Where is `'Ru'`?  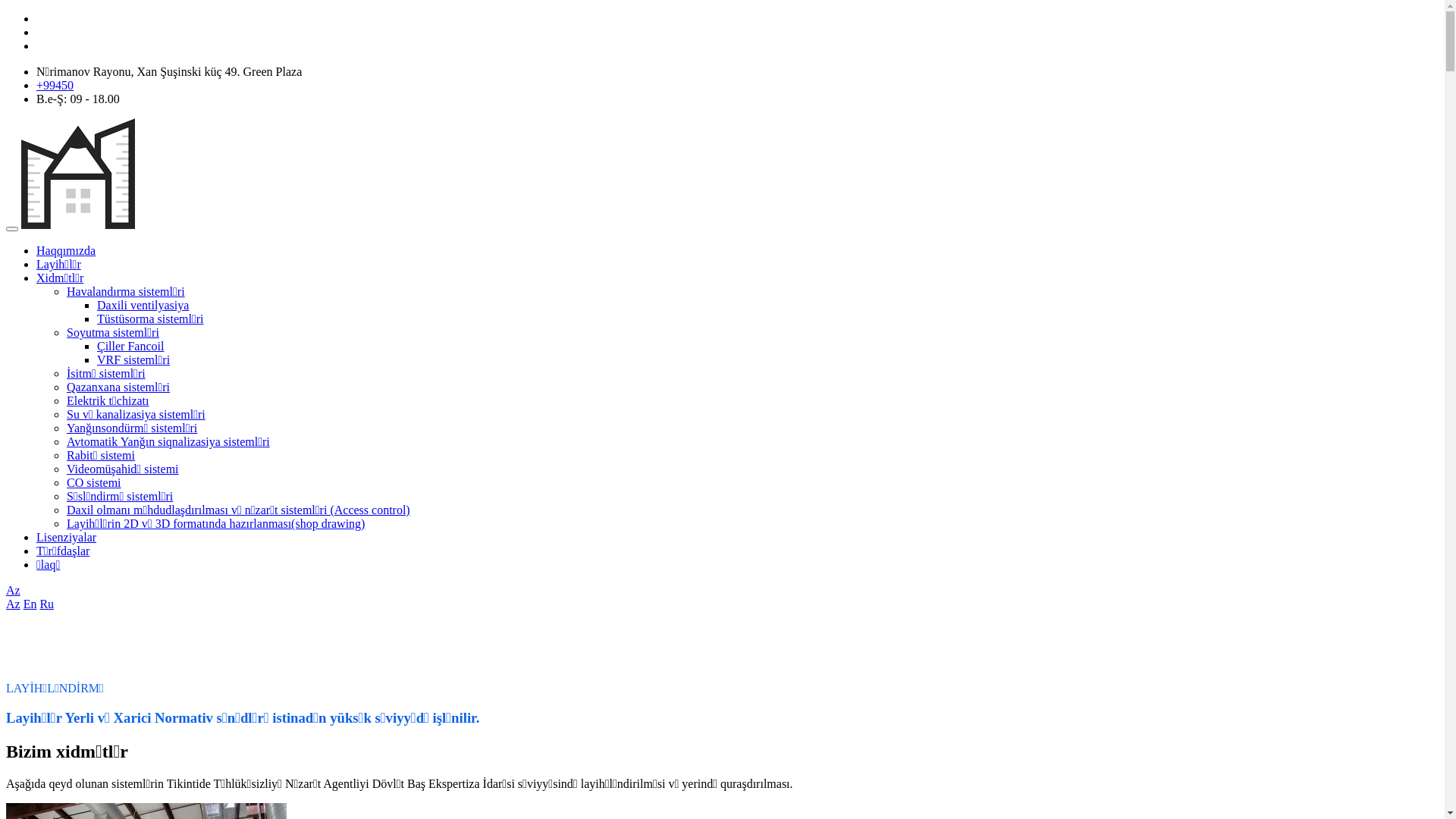
'Ru' is located at coordinates (46, 603).